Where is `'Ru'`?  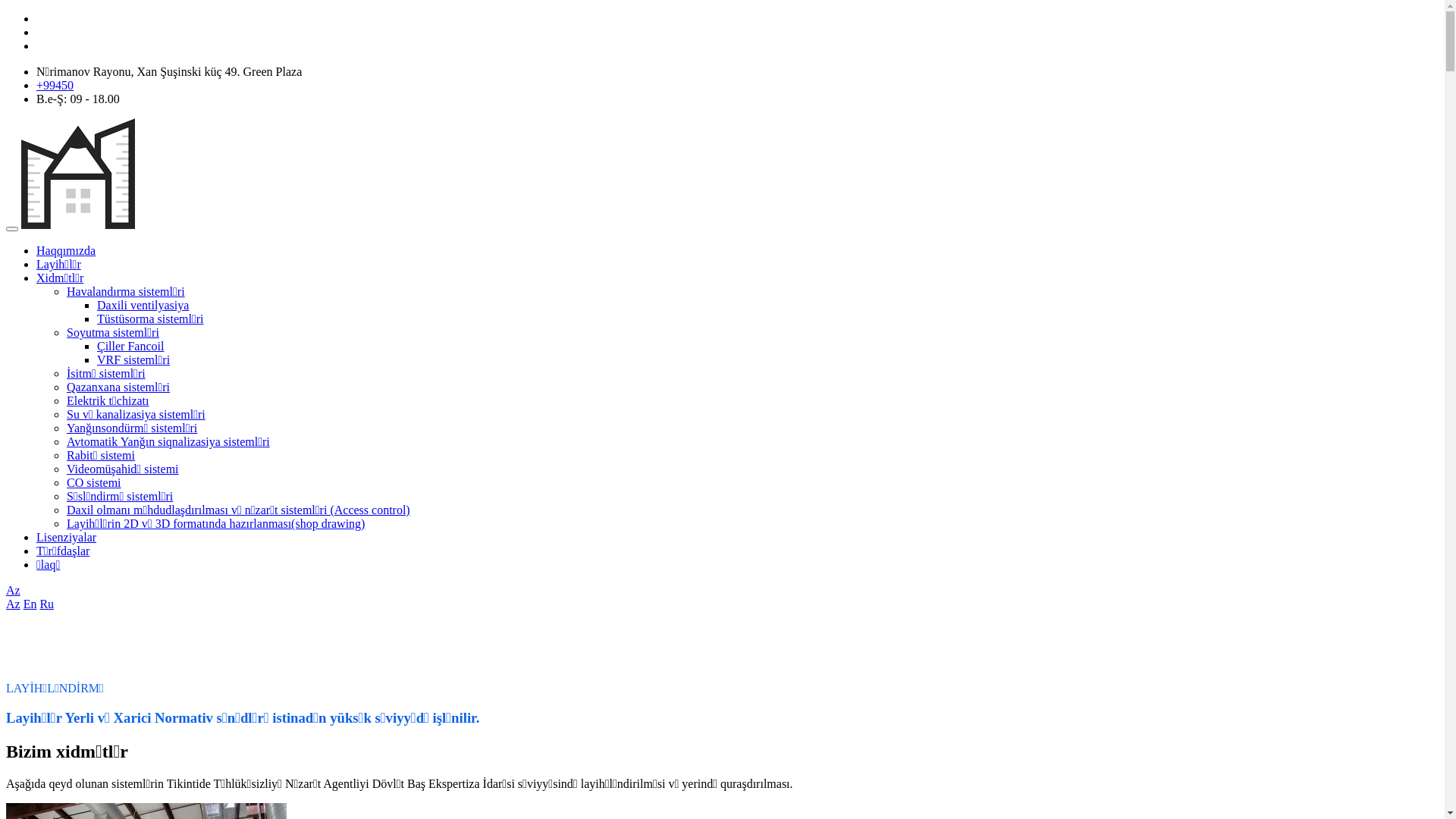
'Ru' is located at coordinates (46, 603).